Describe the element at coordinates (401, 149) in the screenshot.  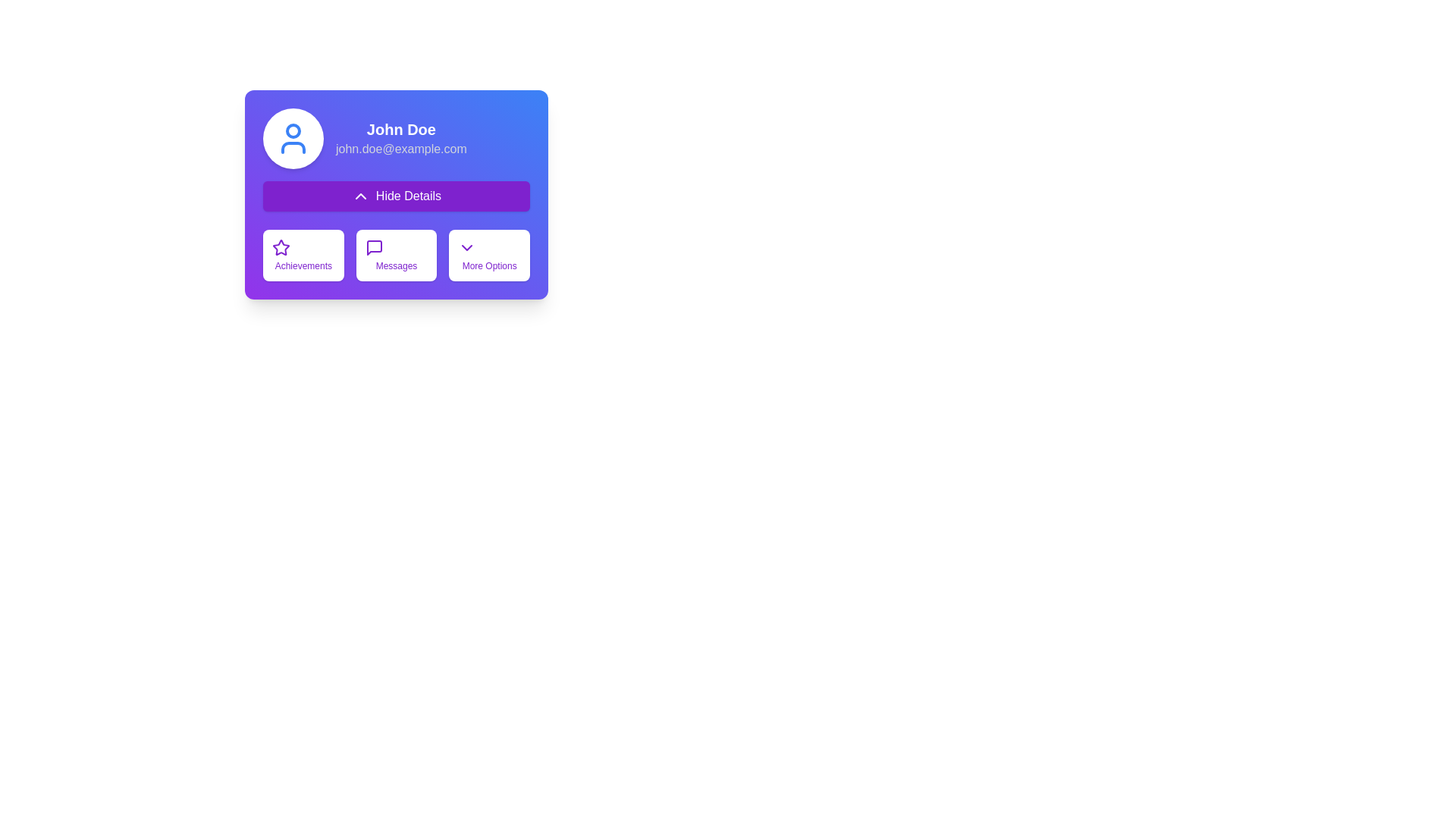
I see `the email address text label that displays the user's contact information, positioned directly beneath 'John Doe' in the user profile card` at that location.